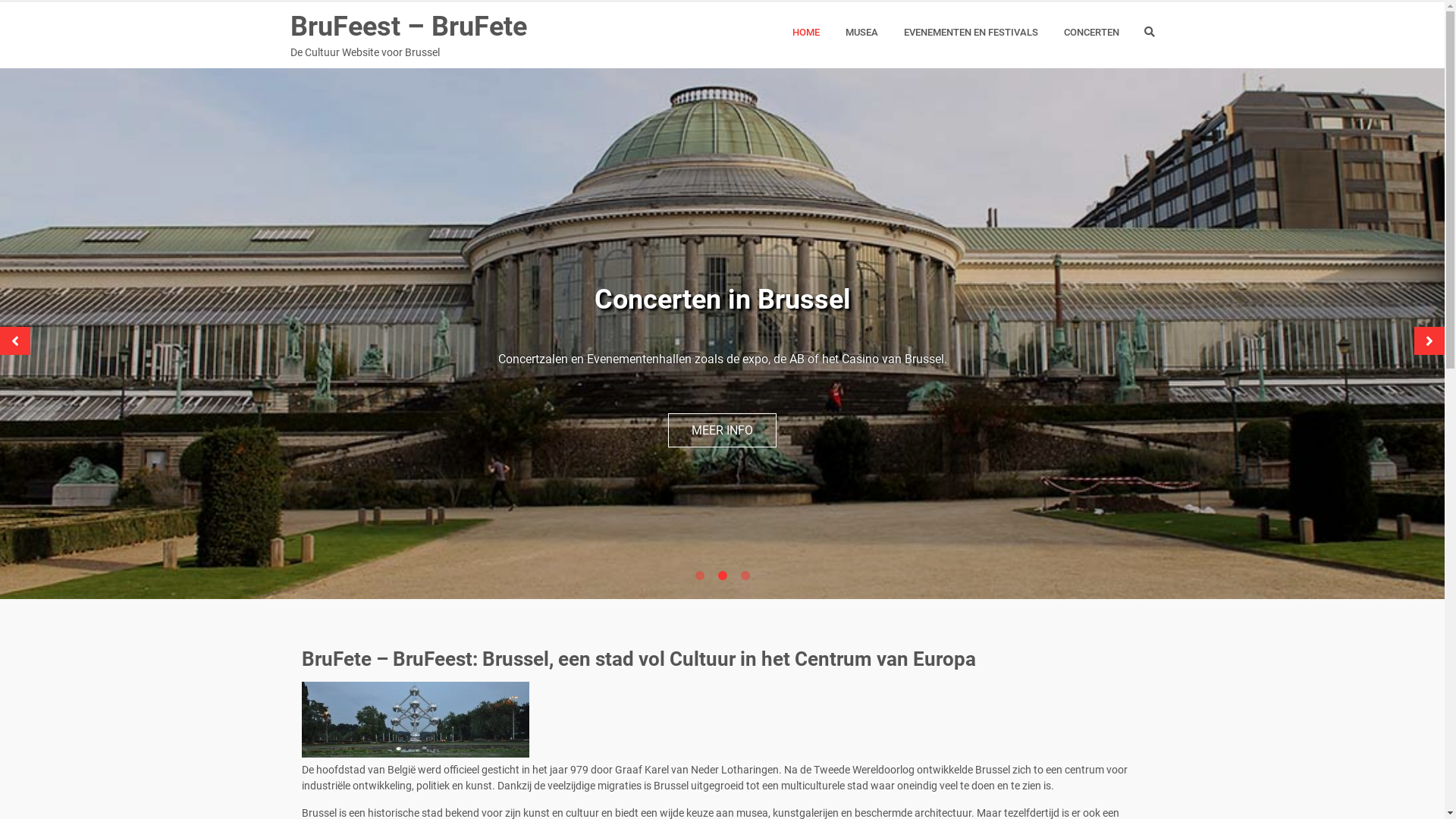 This screenshot has width=1456, height=819. Describe the element at coordinates (720, 576) in the screenshot. I see `'2'` at that location.